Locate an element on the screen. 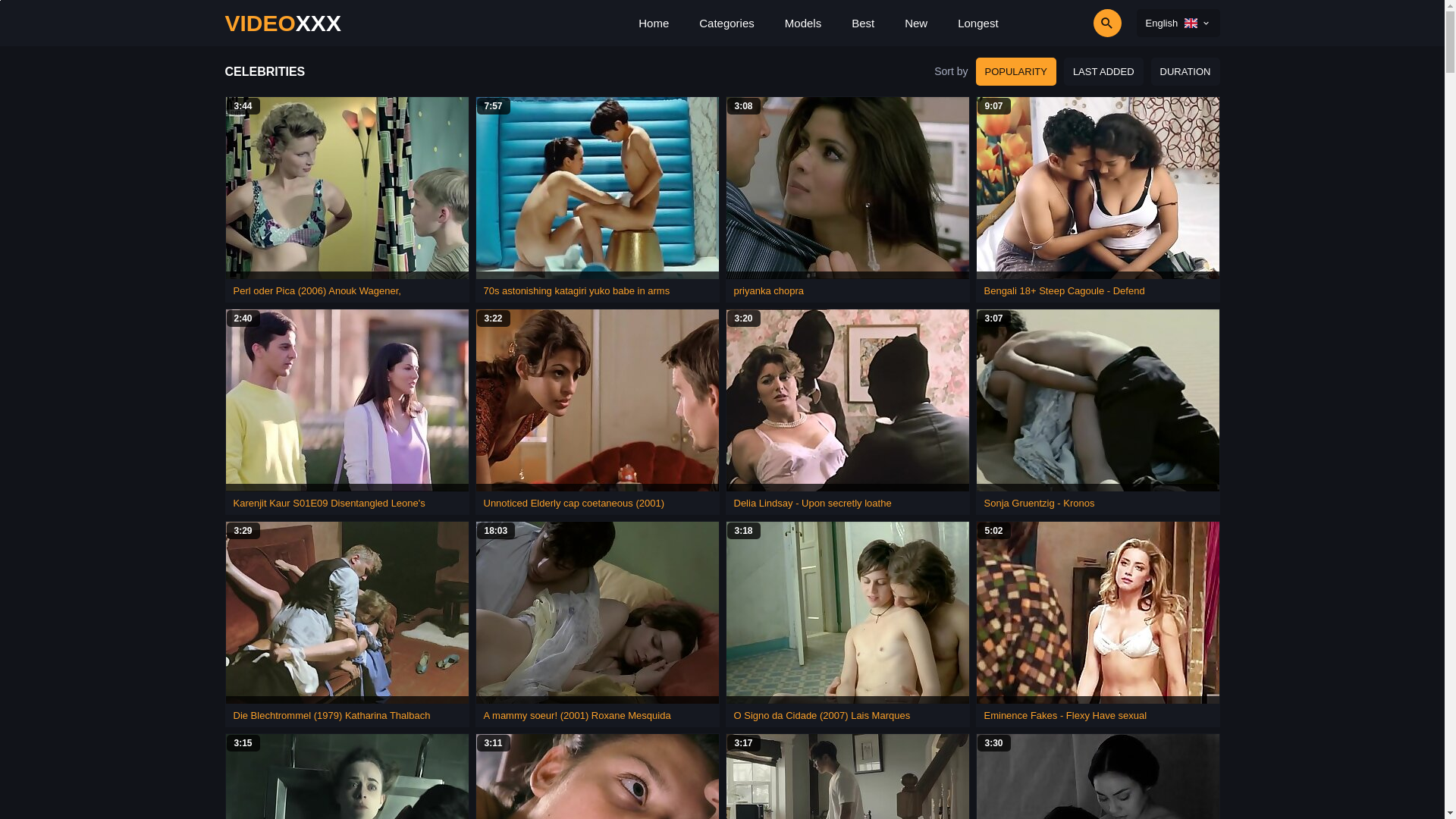 This screenshot has height=819, width=1456. 'Categories' is located at coordinates (726, 23).